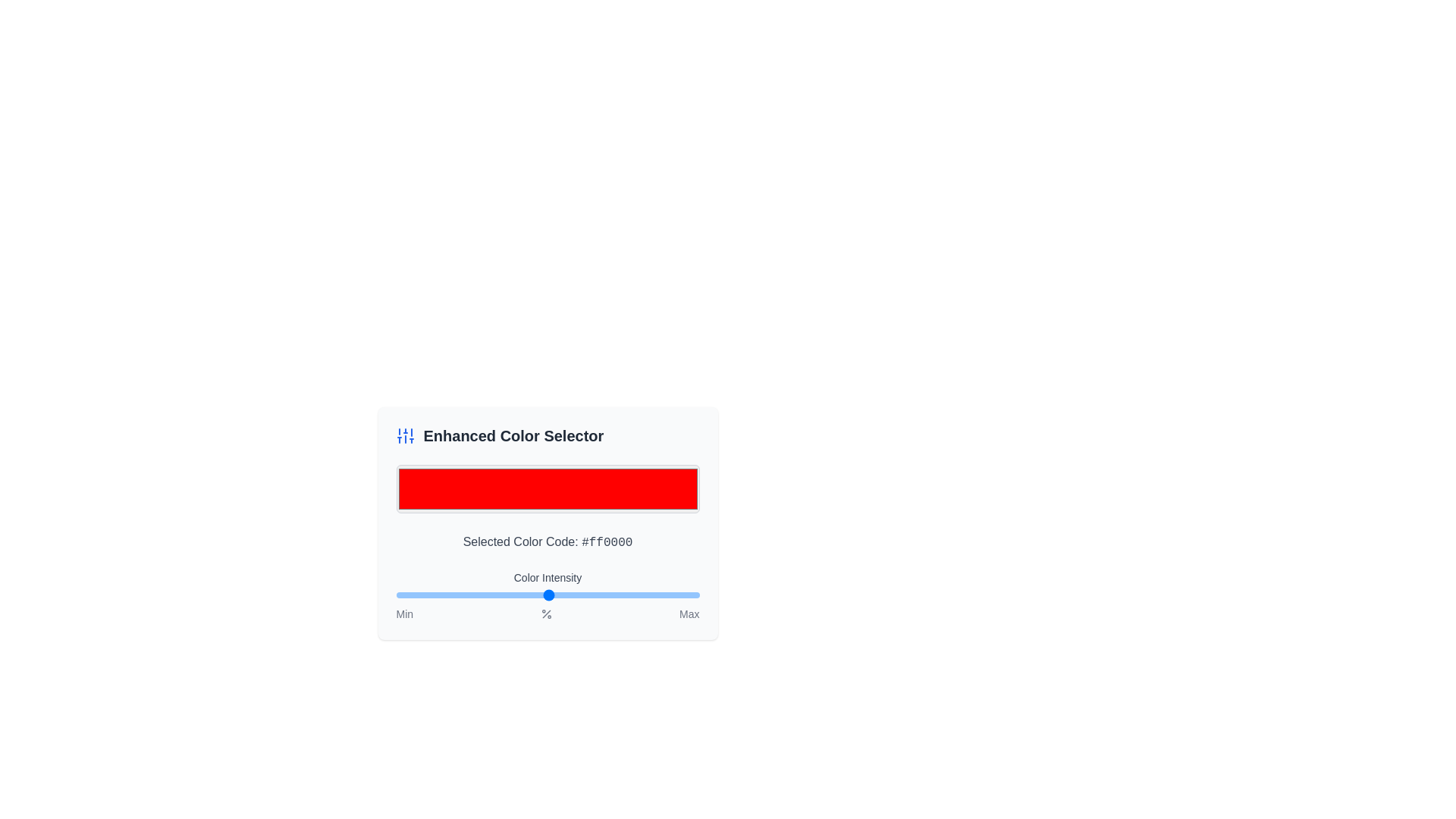 The image size is (1456, 819). What do you see at coordinates (513, 435) in the screenshot?
I see `text header indicating enhanced color selection functionality, which is centrally located at the top of a card-like UI component` at bounding box center [513, 435].